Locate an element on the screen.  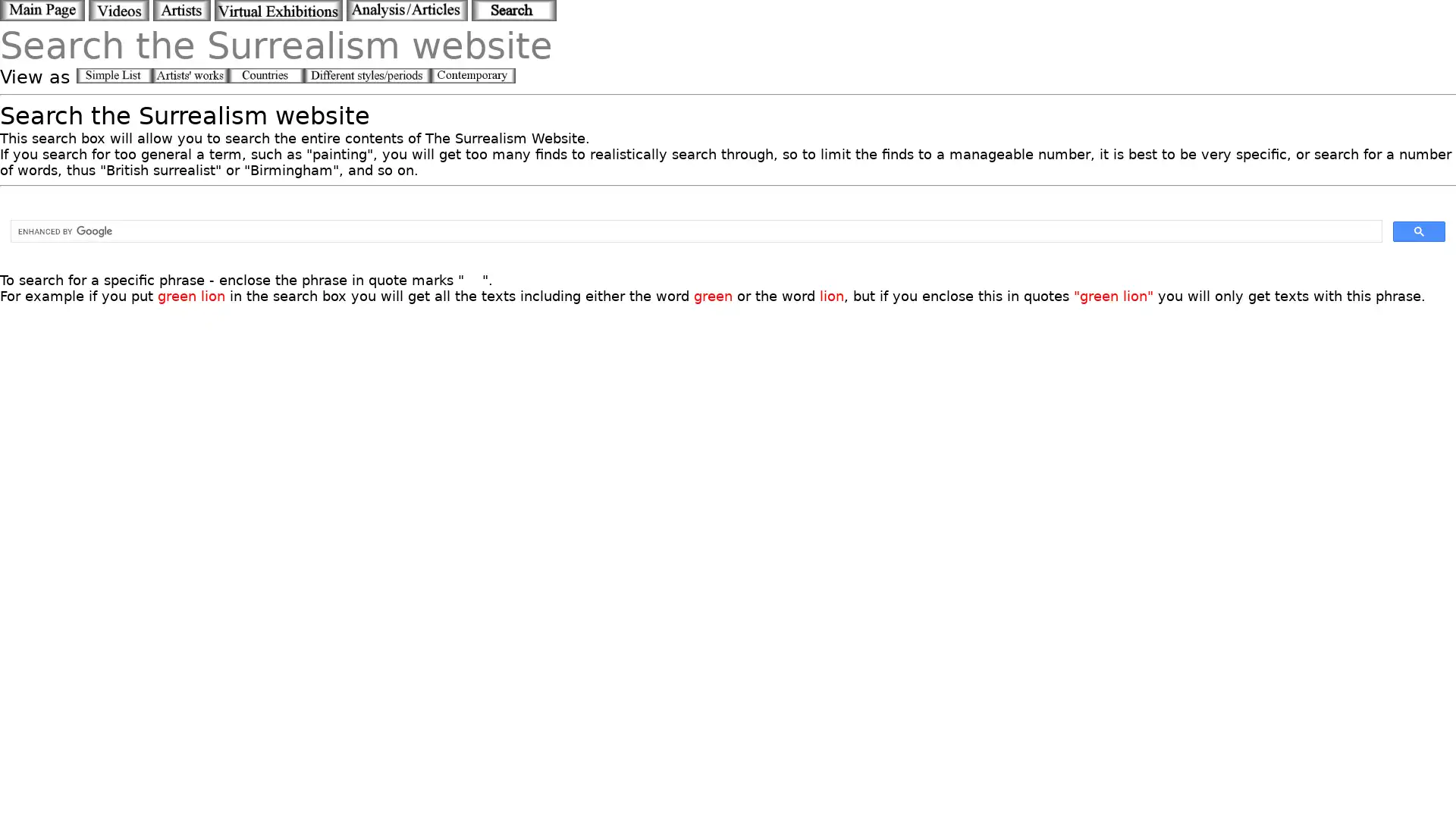
search is located at coordinates (1418, 231).